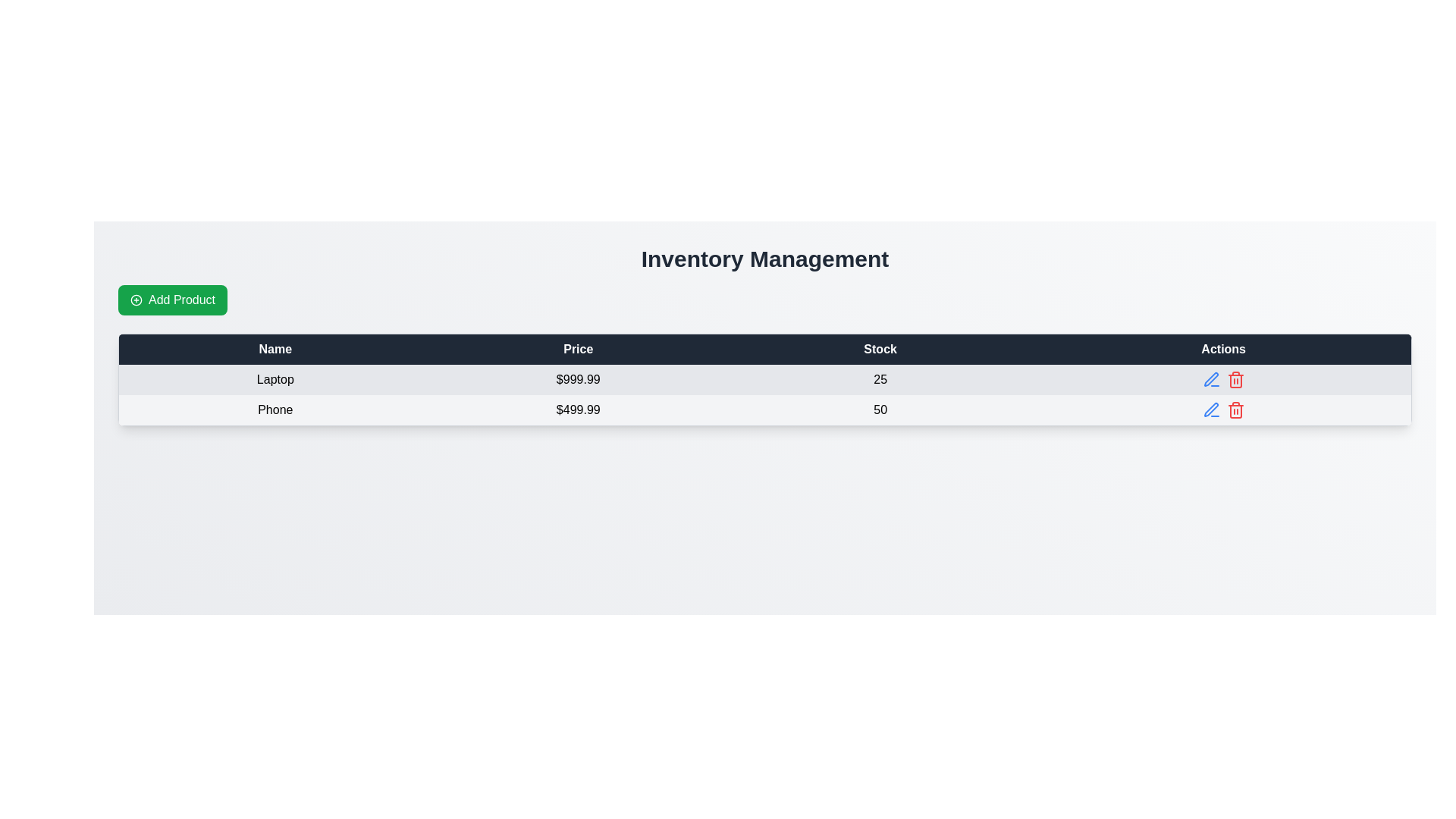 The height and width of the screenshot is (819, 1456). I want to click on the edit button located in the first row of the table under the 'Actions' column, so click(1210, 379).